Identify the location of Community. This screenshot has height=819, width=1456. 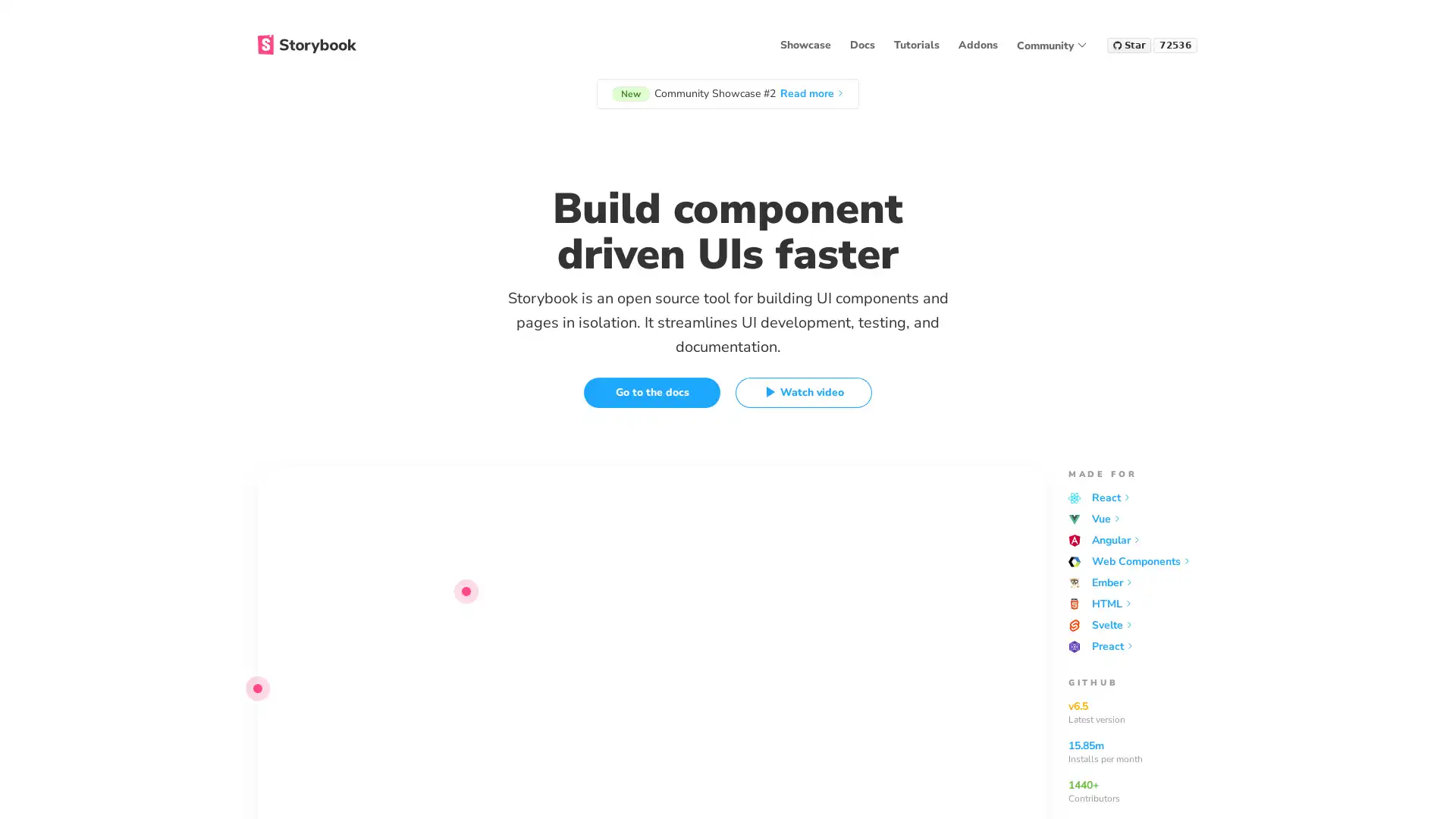
(1051, 44).